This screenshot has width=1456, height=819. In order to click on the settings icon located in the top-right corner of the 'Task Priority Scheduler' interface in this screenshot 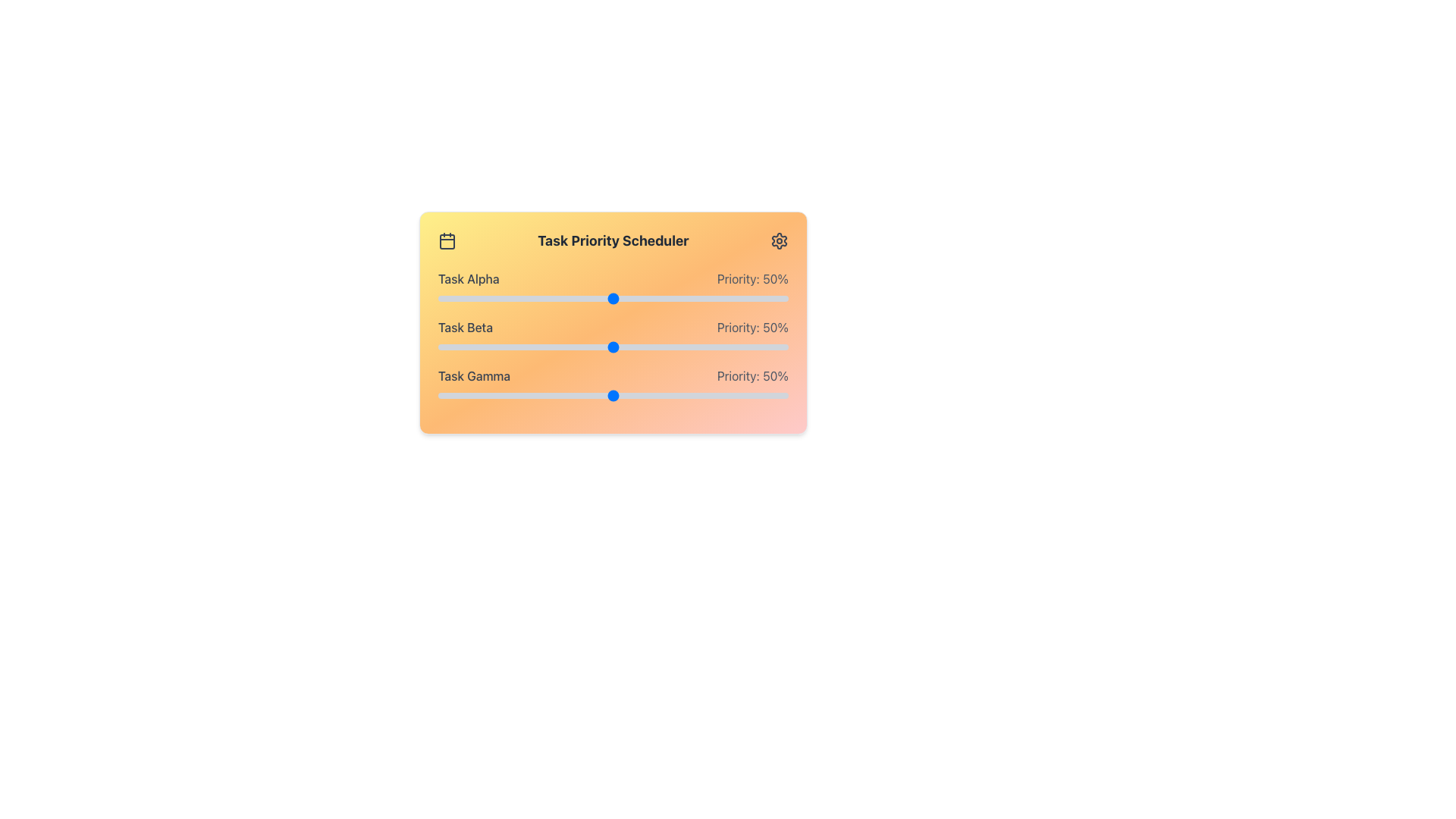, I will do `click(779, 240)`.